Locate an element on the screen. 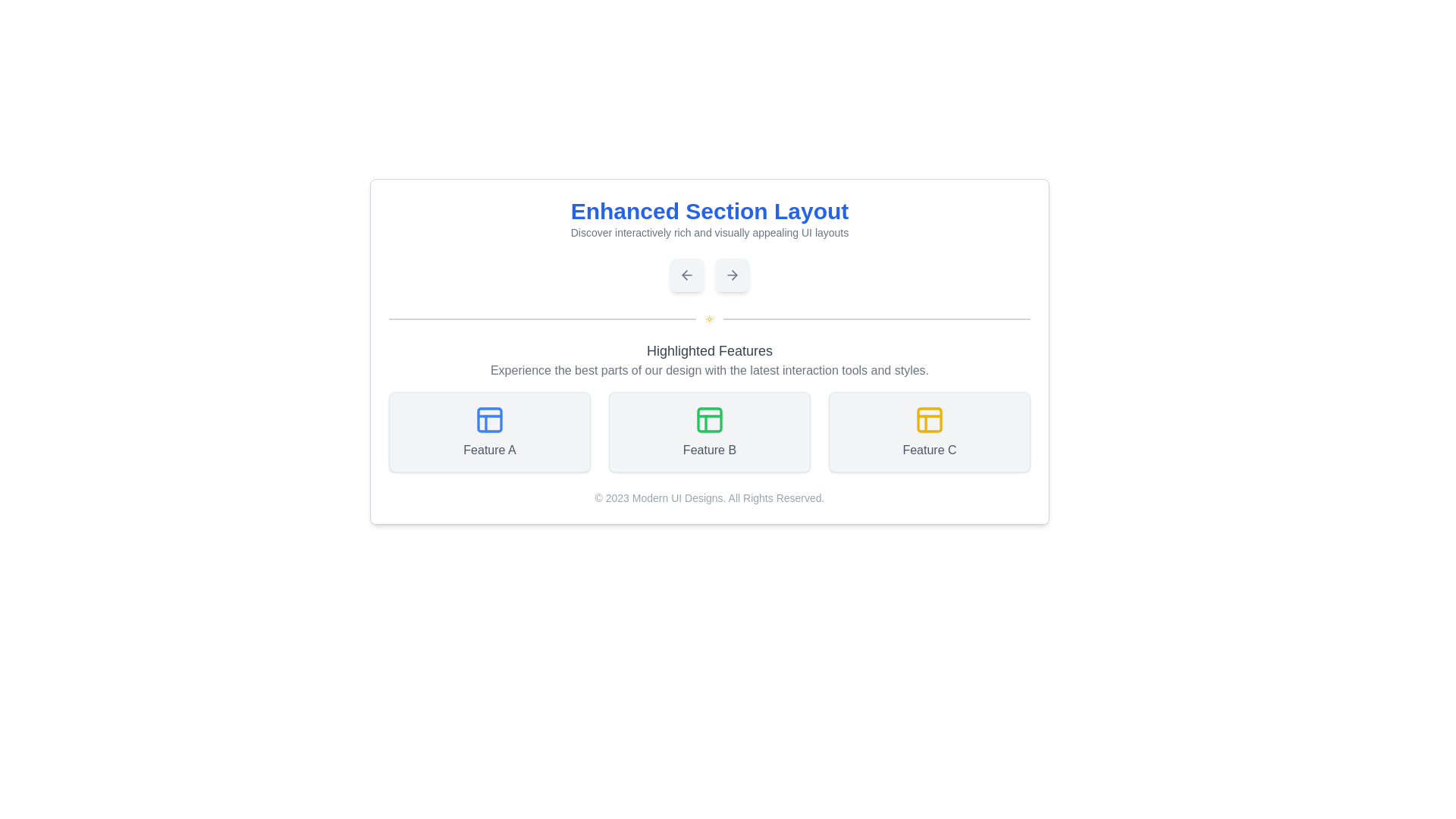 The height and width of the screenshot is (819, 1456). the Informational card labeled 'Feature C' located in the bottom-right corner of the layout's middle section, to the right of 'Feature B' and below 'Highlighted Features' is located at coordinates (928, 432).